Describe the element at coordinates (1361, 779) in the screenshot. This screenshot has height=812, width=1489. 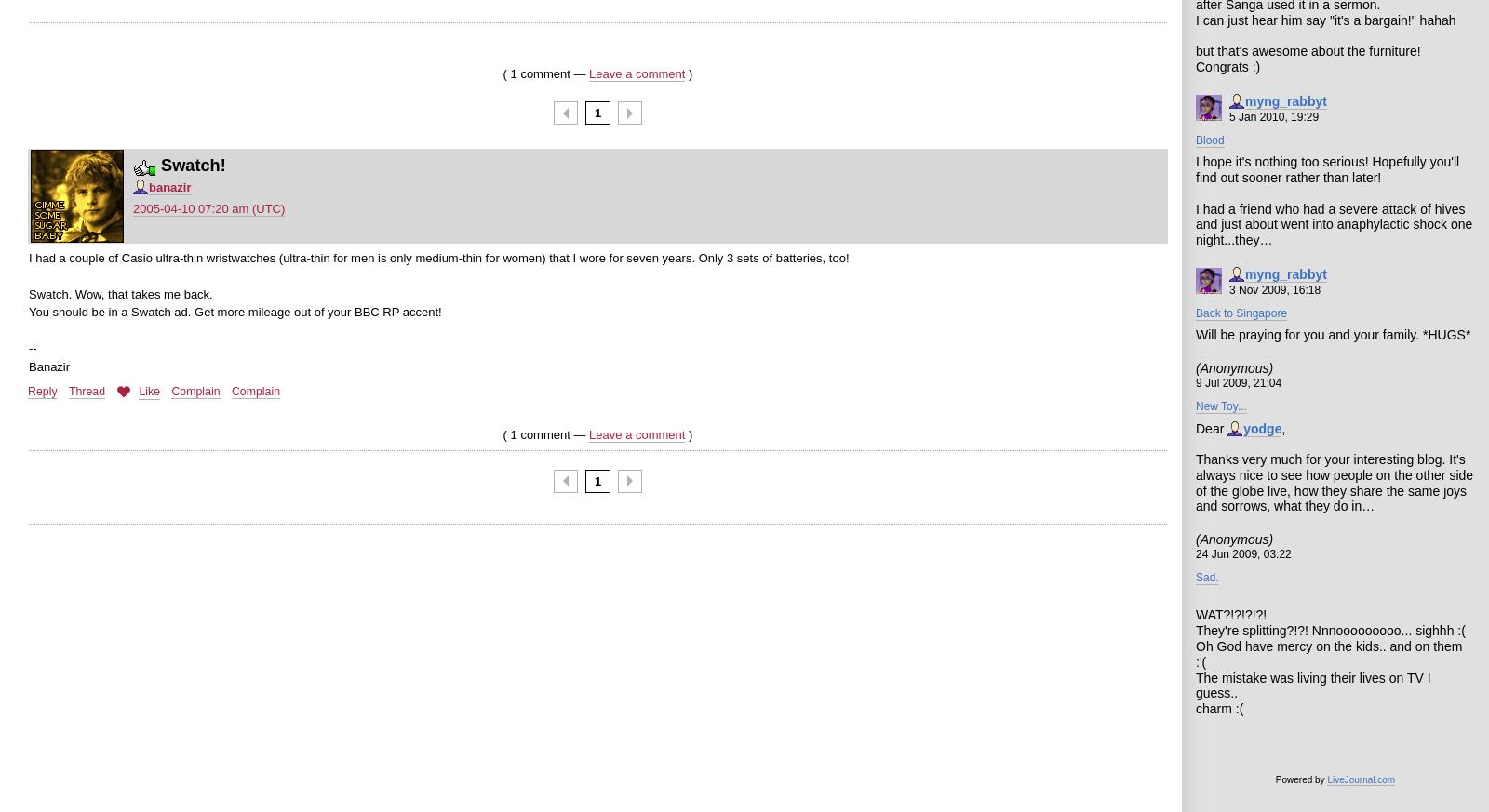
I see `'LiveJournal.com'` at that location.